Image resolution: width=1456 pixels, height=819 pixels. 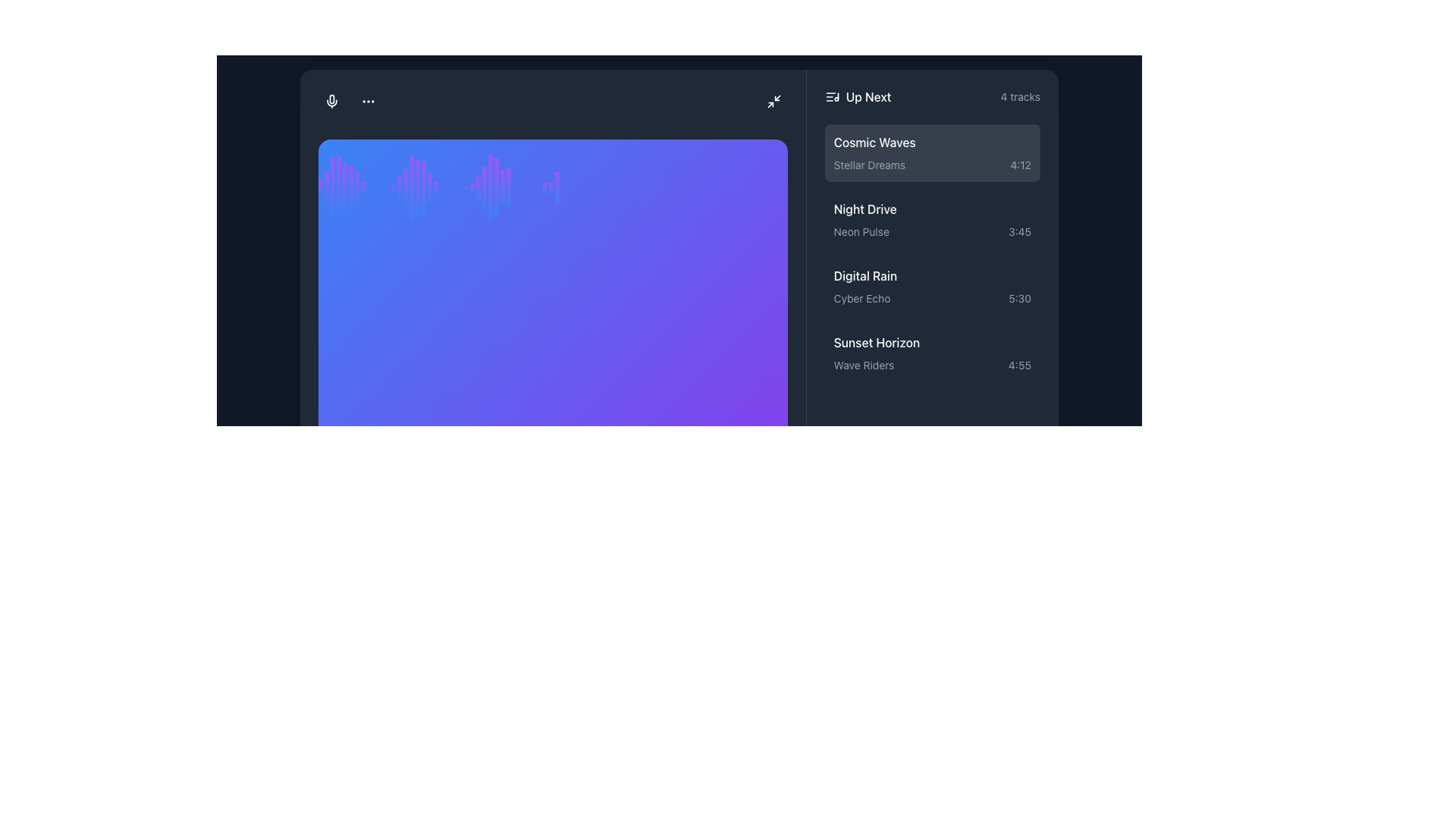 What do you see at coordinates (502, 186) in the screenshot?
I see `the 29th vertical gradient bar in the wave visualization, which is located in the upper-left area of the interface above a gradient purple-blue background` at bounding box center [502, 186].